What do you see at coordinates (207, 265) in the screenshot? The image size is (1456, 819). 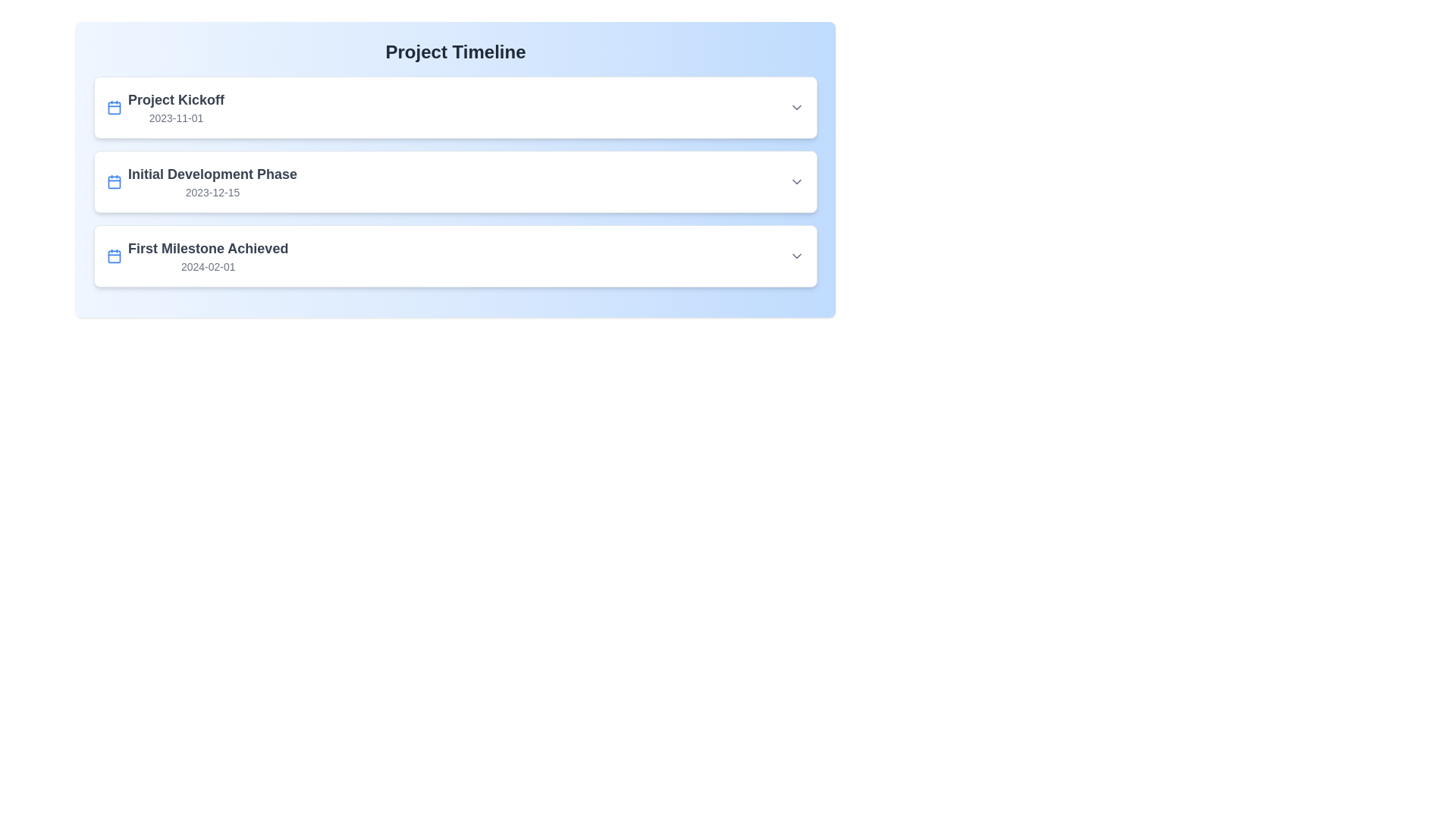 I see `text label displaying the date '2024-02-01' located under the heading 'First Milestone Achieved' in the milestones list` at bounding box center [207, 265].